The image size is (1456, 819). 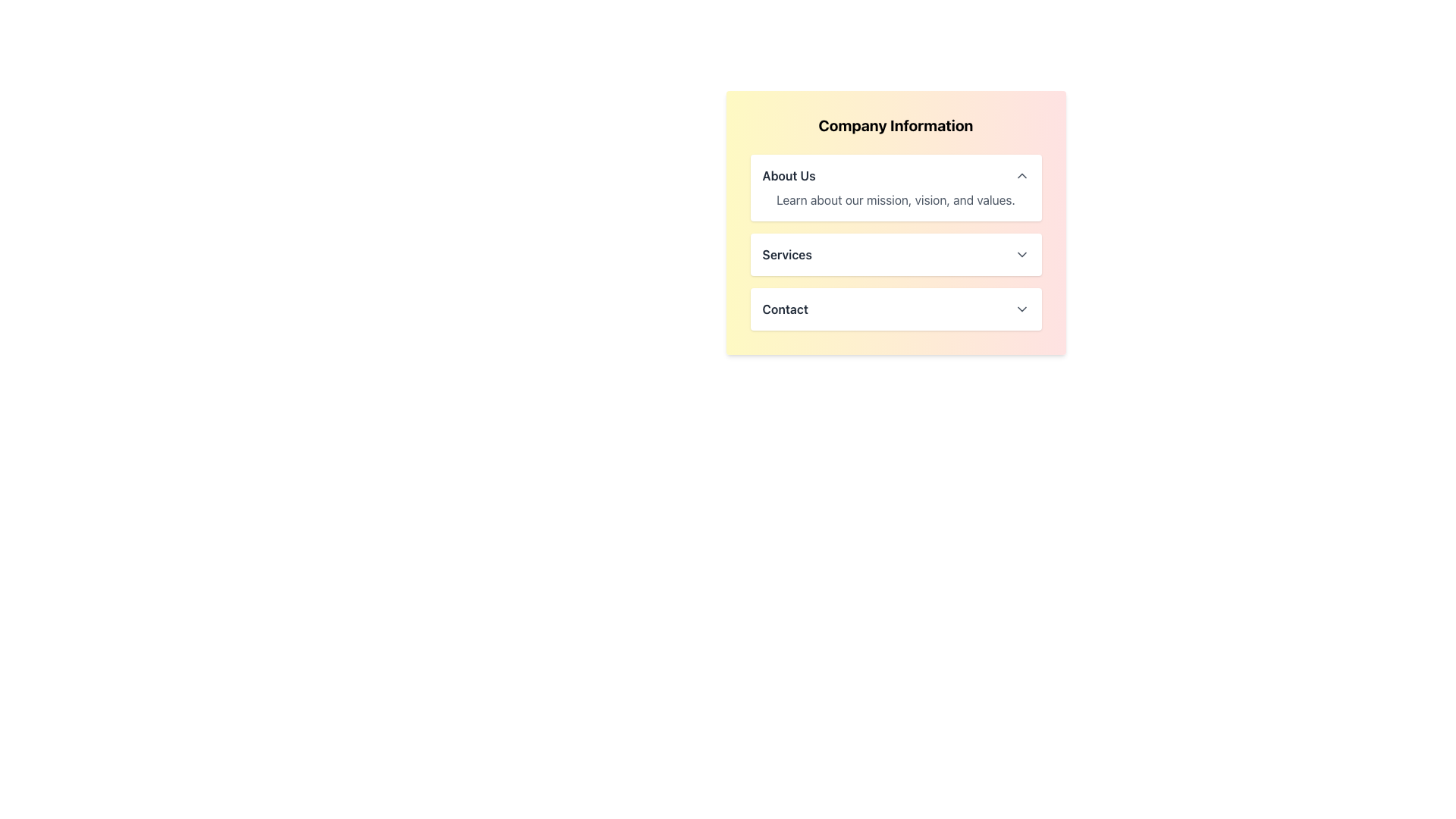 What do you see at coordinates (1021, 253) in the screenshot?
I see `the downward-pointing chevron icon next to the 'Services' text` at bounding box center [1021, 253].